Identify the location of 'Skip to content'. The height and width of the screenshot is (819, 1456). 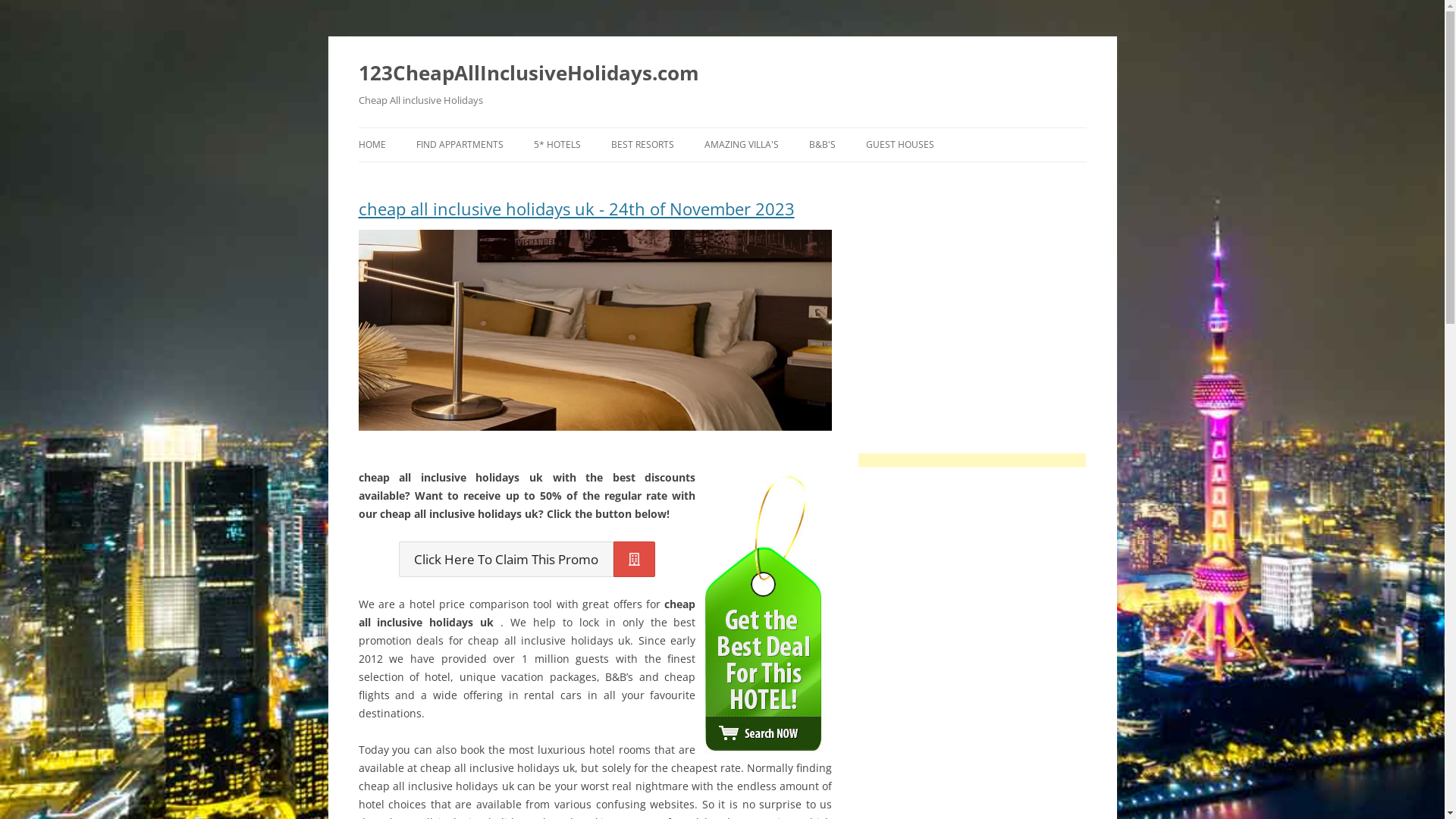
(721, 127).